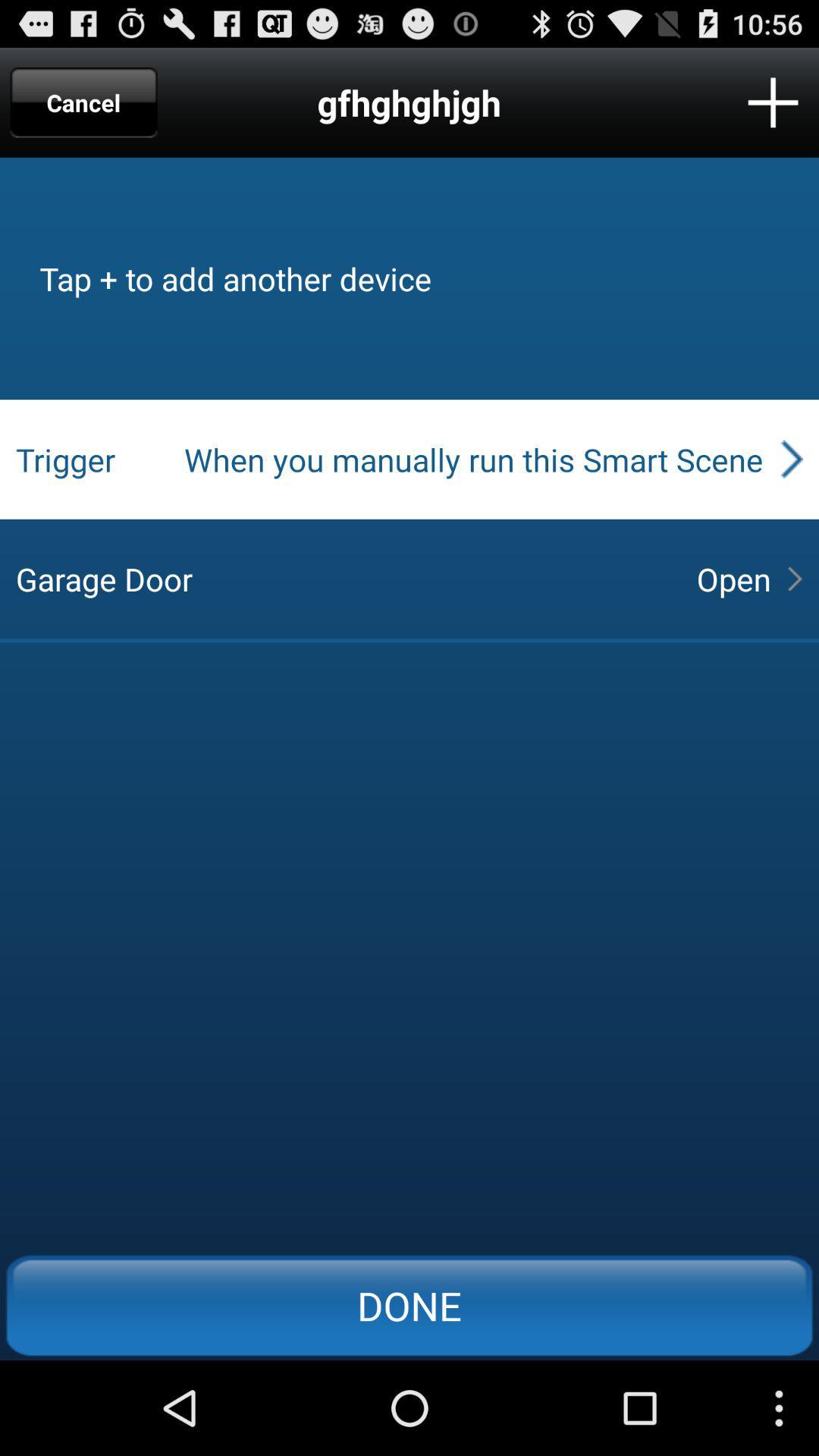 The width and height of the screenshot is (819, 1456). I want to click on add new, so click(773, 102).